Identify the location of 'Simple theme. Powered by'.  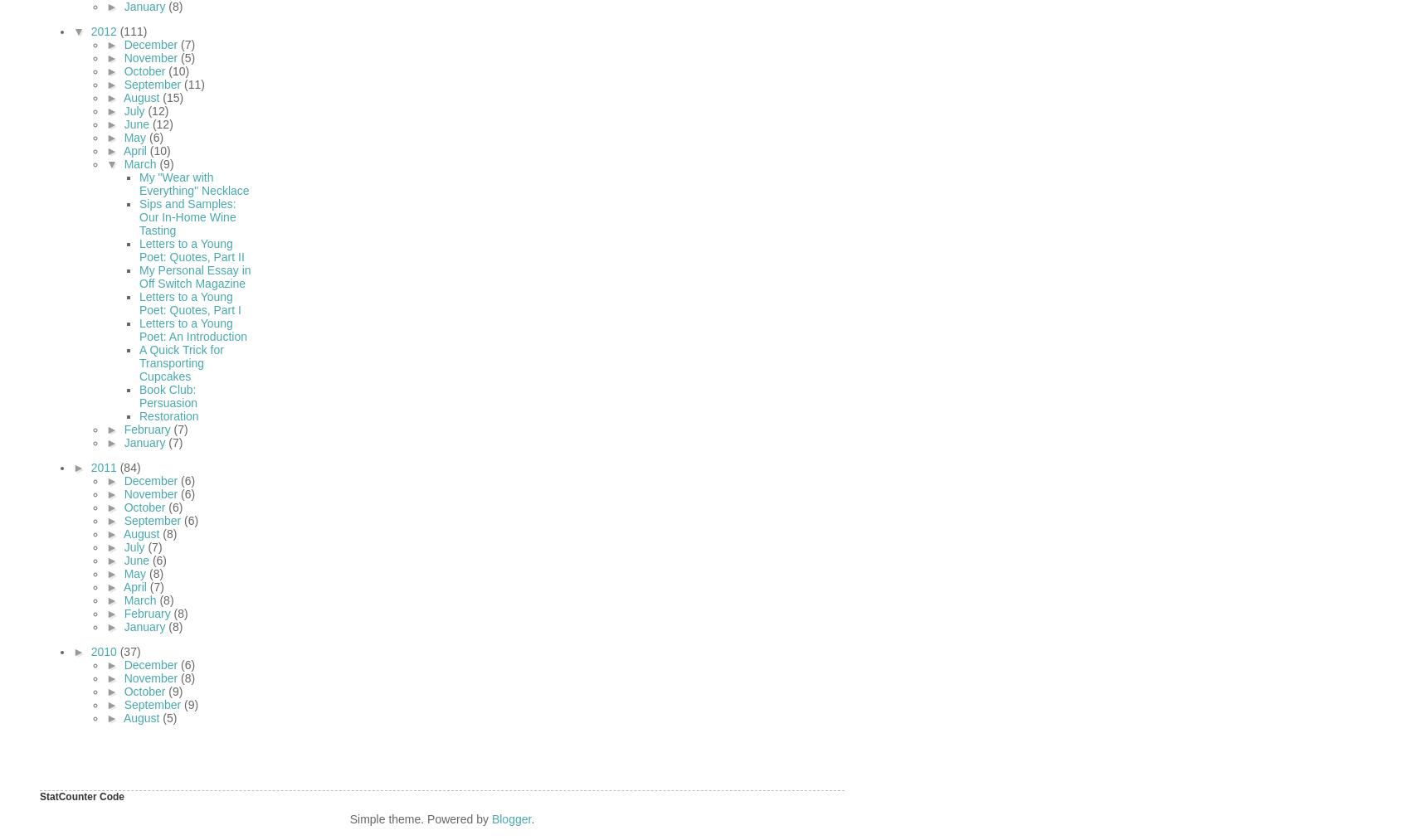
(420, 818).